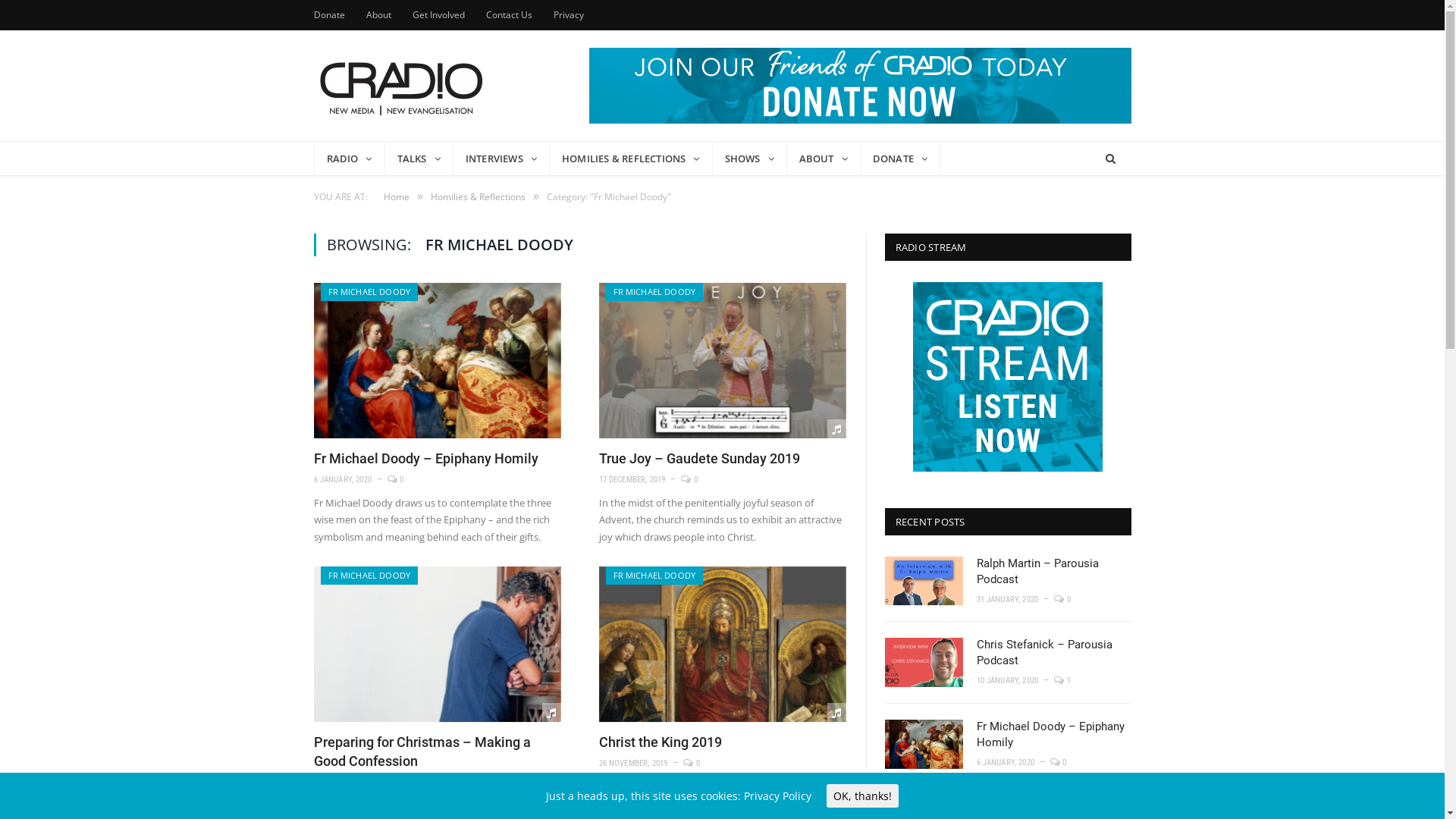 The image size is (1456, 819). What do you see at coordinates (1109, 158) in the screenshot?
I see `'Search'` at bounding box center [1109, 158].